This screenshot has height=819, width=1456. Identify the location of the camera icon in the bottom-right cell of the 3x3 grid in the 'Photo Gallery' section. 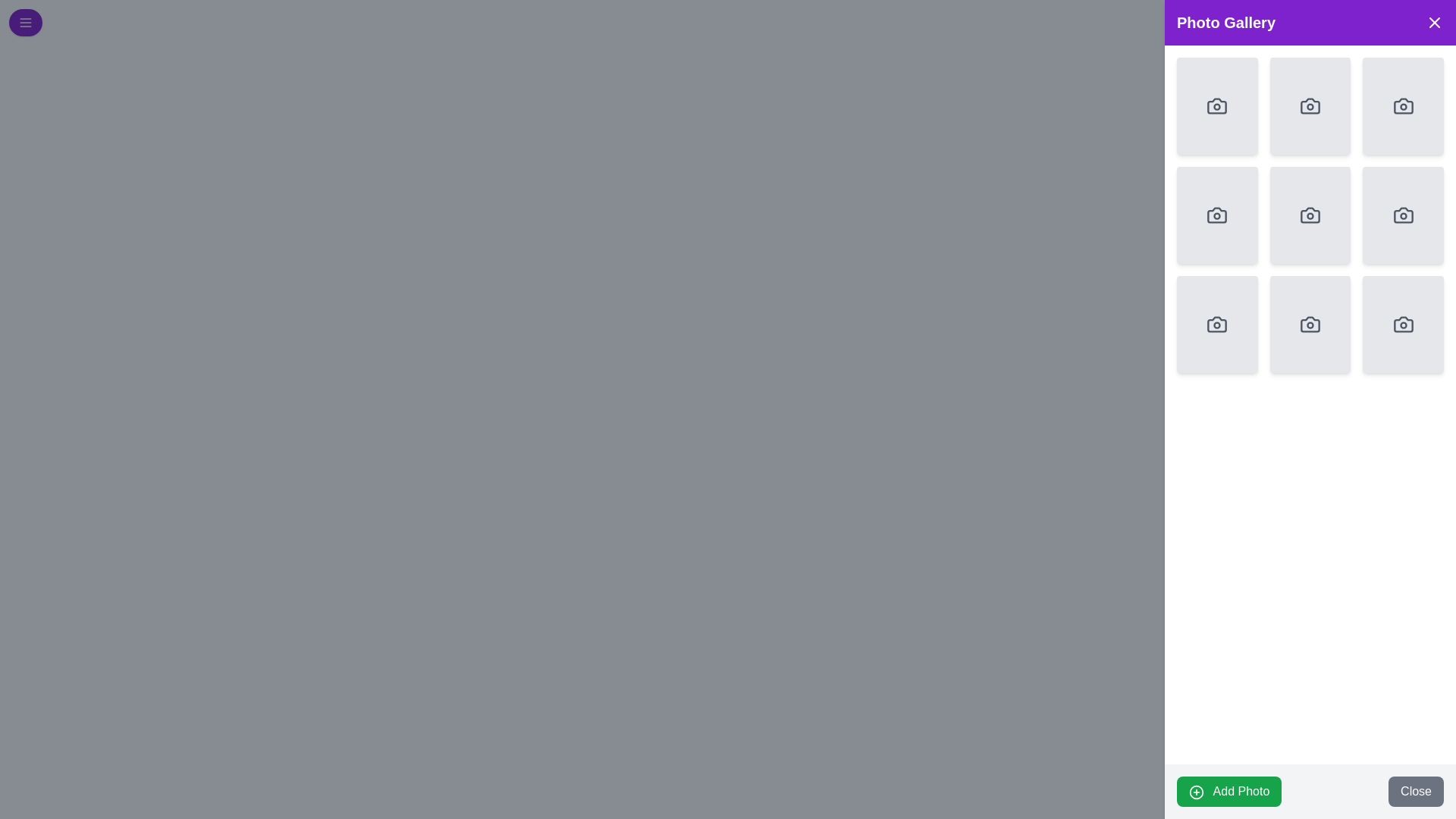
(1402, 324).